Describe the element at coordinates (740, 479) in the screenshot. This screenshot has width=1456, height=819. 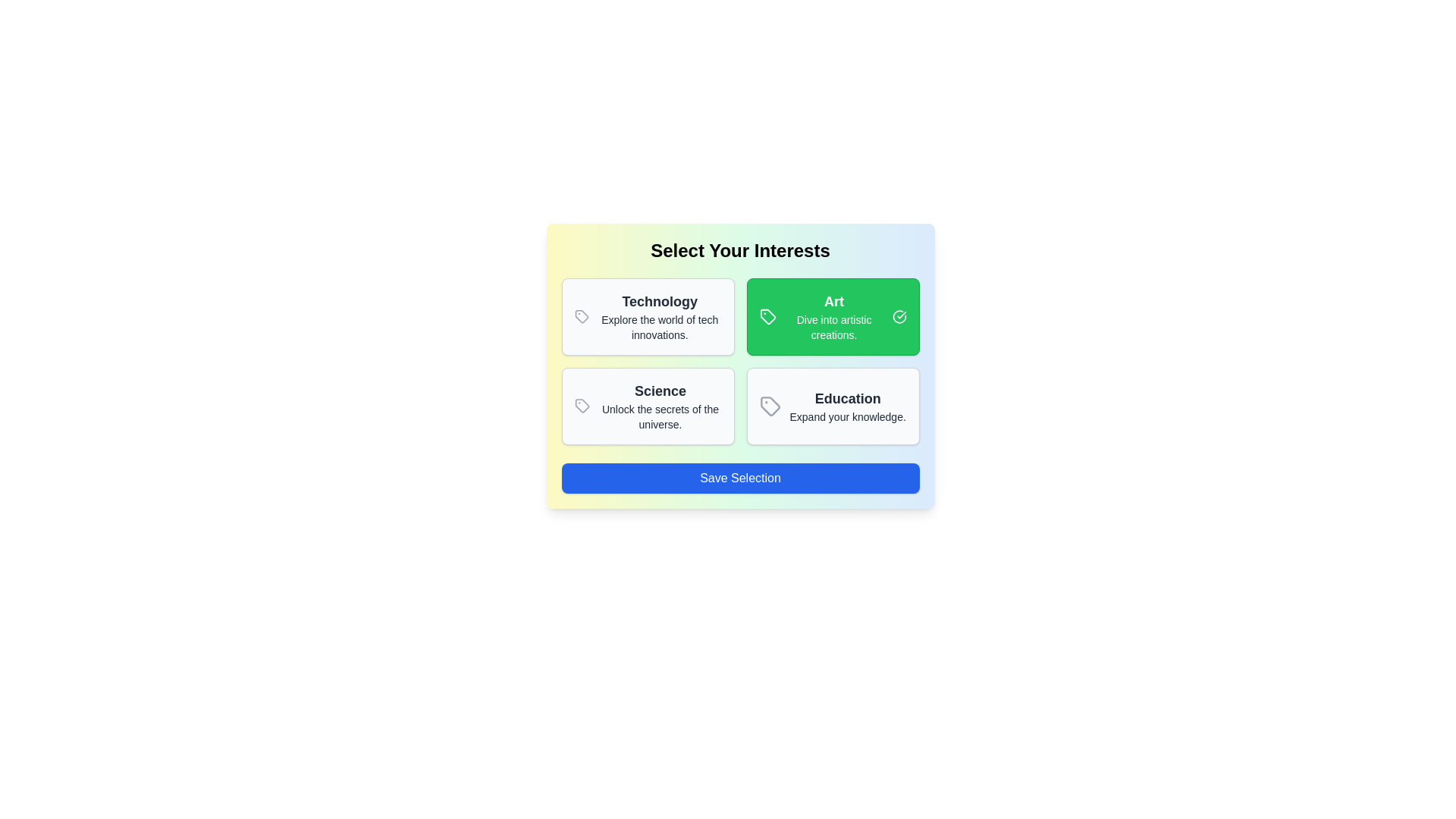
I see `the 'Save Selection' button` at that location.